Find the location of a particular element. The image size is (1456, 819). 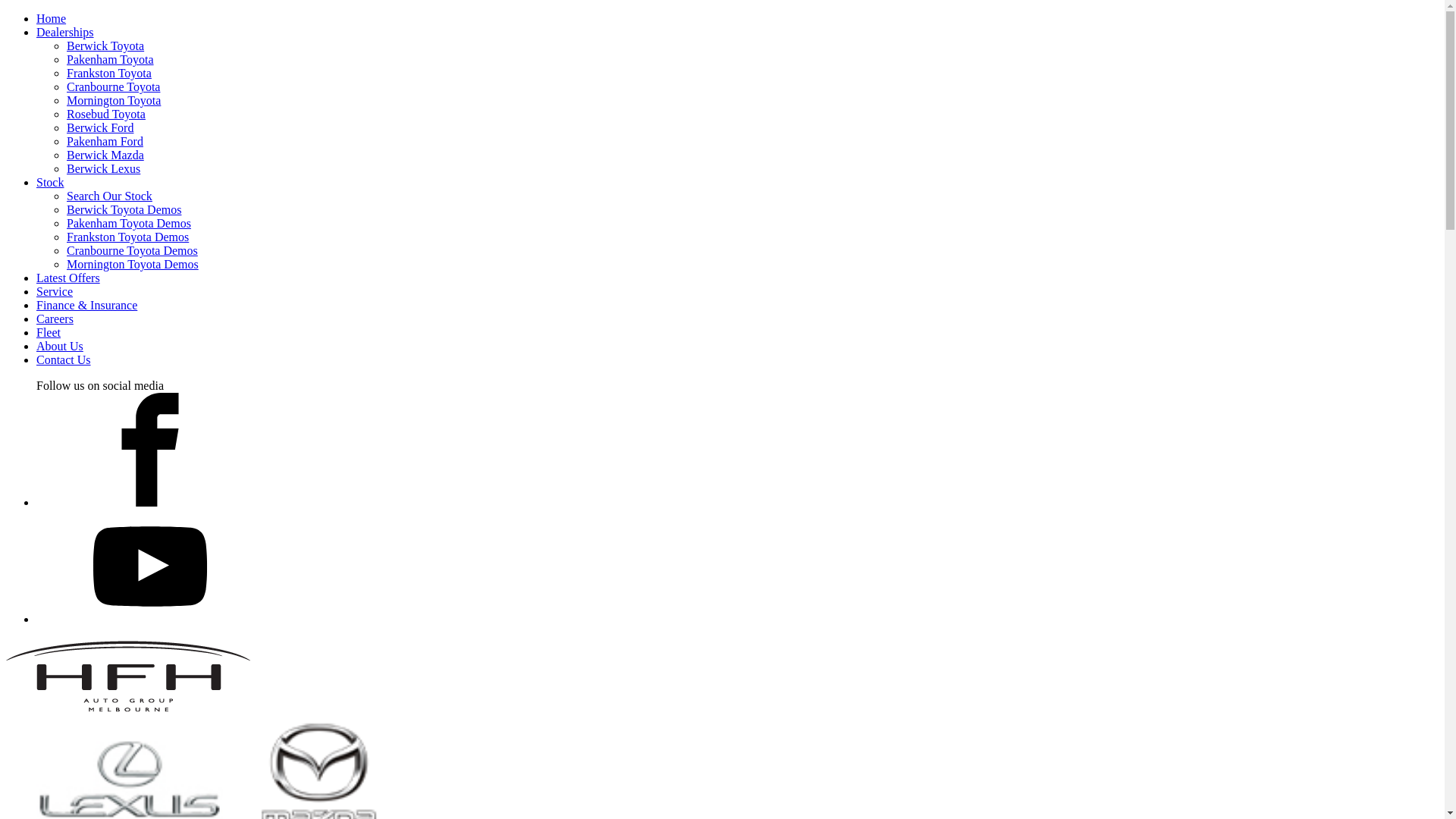

'About Us' is located at coordinates (59, 346).